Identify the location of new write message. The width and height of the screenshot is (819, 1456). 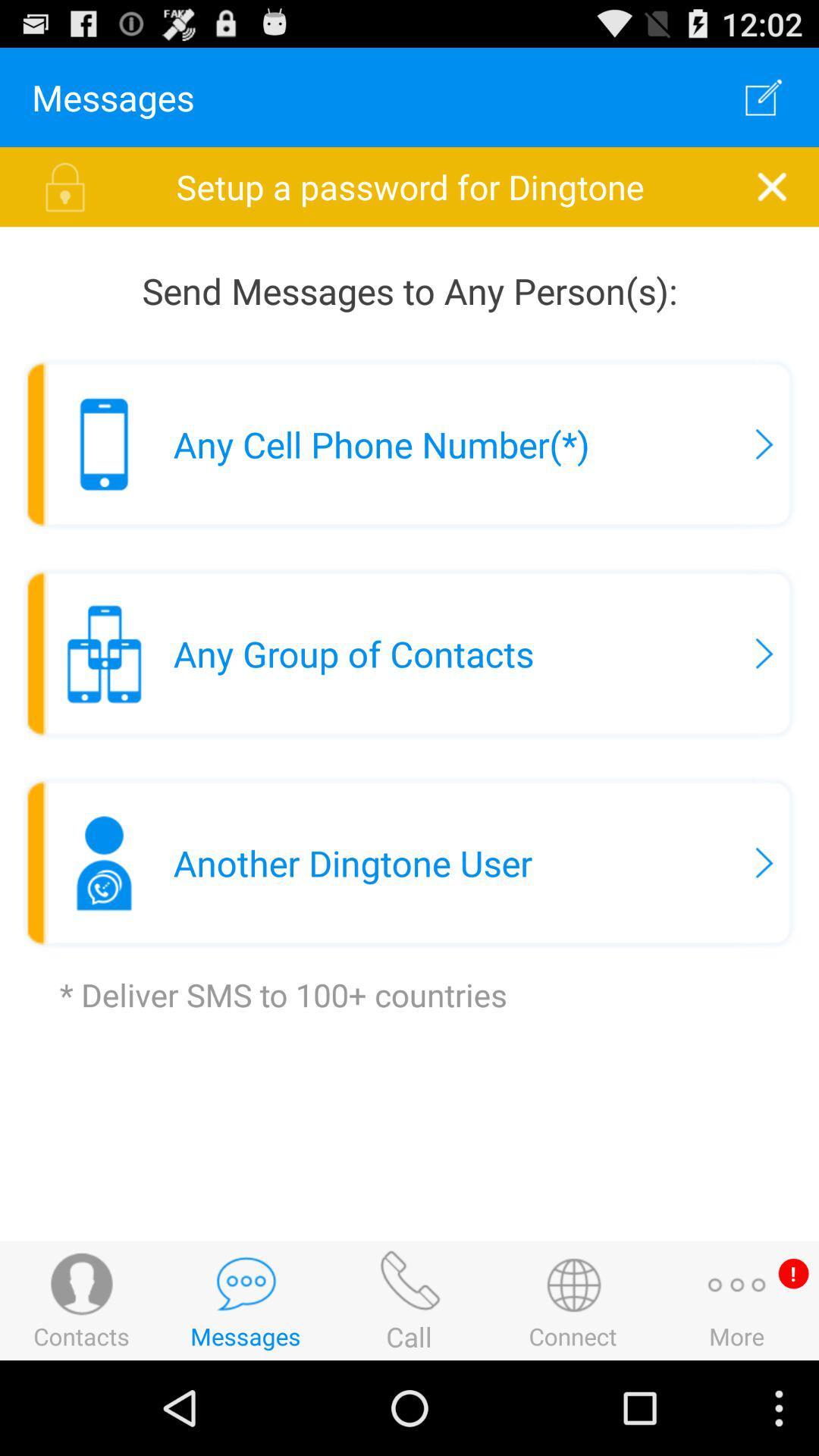
(764, 96).